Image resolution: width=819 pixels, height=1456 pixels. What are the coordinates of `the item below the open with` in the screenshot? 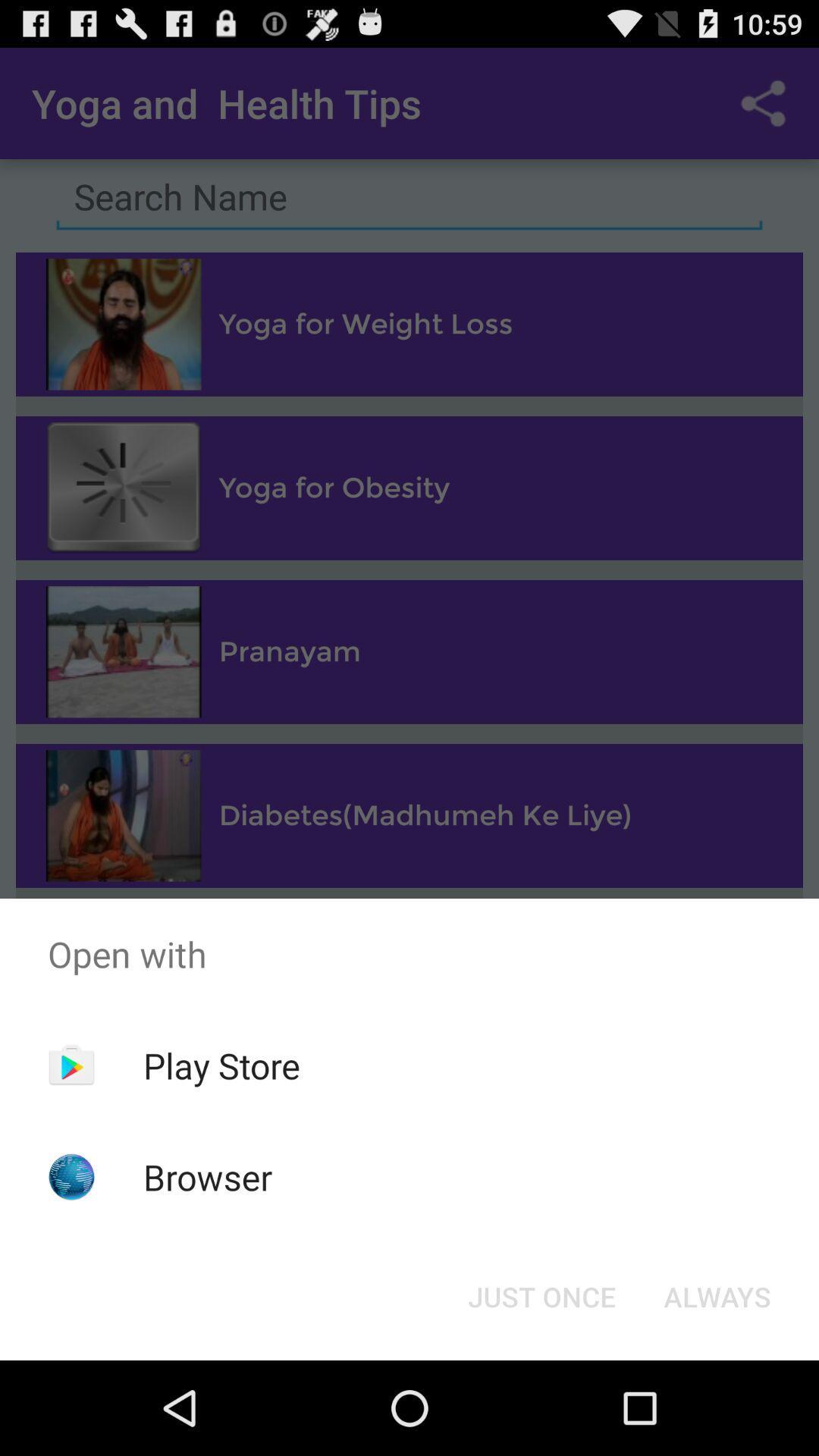 It's located at (541, 1295).